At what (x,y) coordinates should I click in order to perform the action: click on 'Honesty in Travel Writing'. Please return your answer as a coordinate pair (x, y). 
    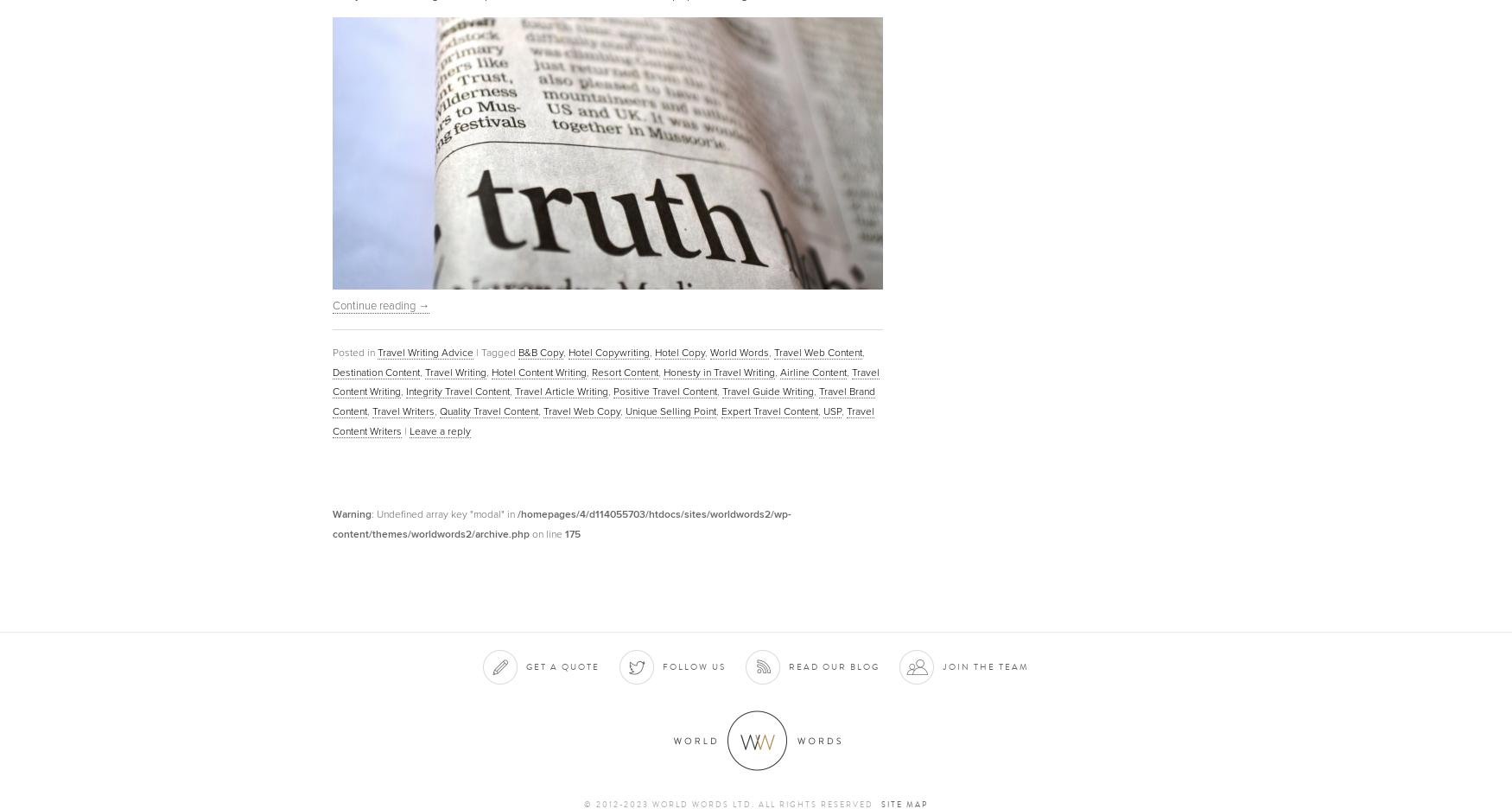
    Looking at the image, I should click on (663, 370).